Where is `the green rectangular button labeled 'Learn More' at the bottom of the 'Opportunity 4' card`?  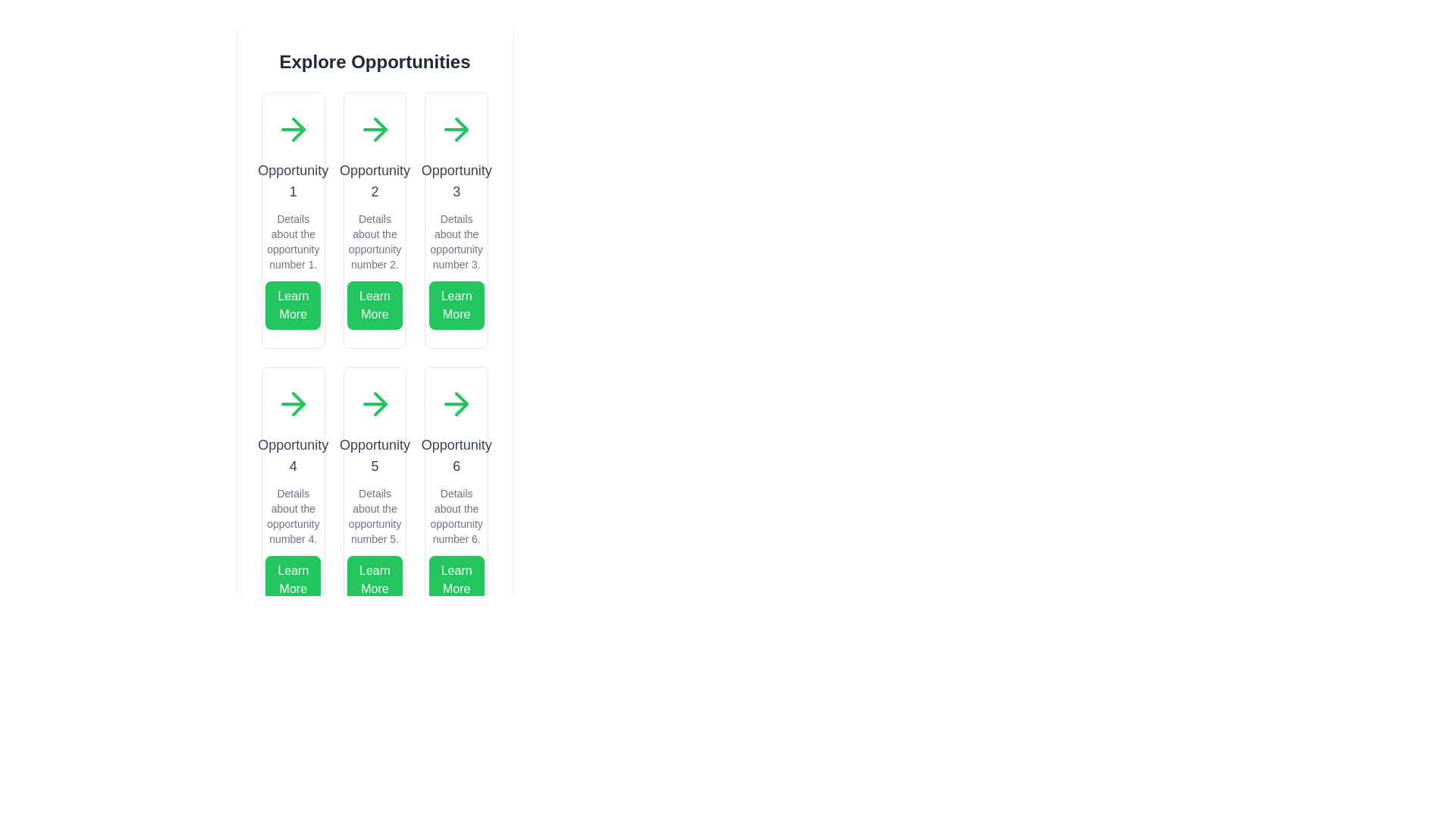 the green rectangular button labeled 'Learn More' at the bottom of the 'Opportunity 4' card is located at coordinates (293, 579).